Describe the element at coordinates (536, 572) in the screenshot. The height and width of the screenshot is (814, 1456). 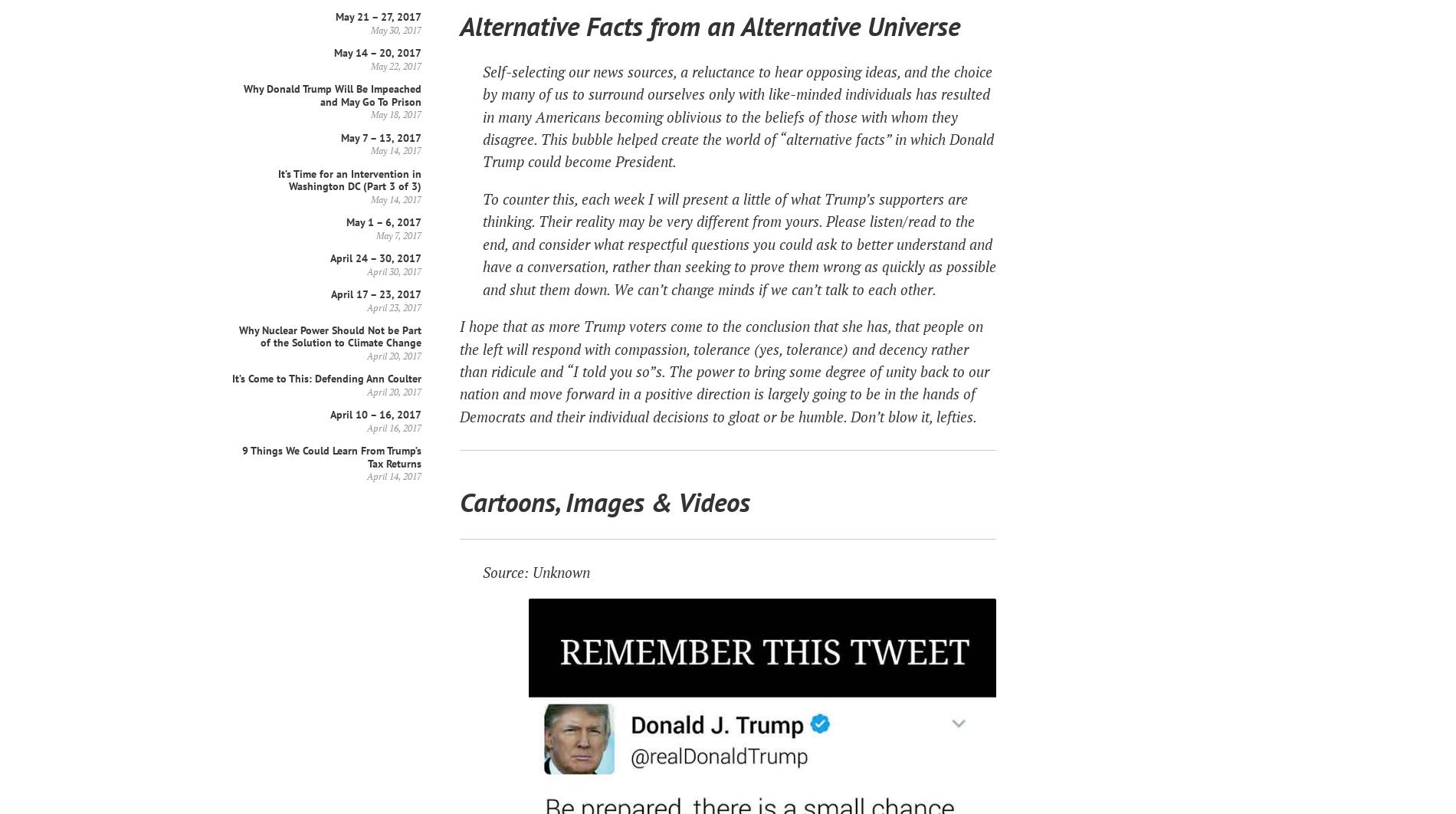
I see `'Source: Unknown'` at that location.